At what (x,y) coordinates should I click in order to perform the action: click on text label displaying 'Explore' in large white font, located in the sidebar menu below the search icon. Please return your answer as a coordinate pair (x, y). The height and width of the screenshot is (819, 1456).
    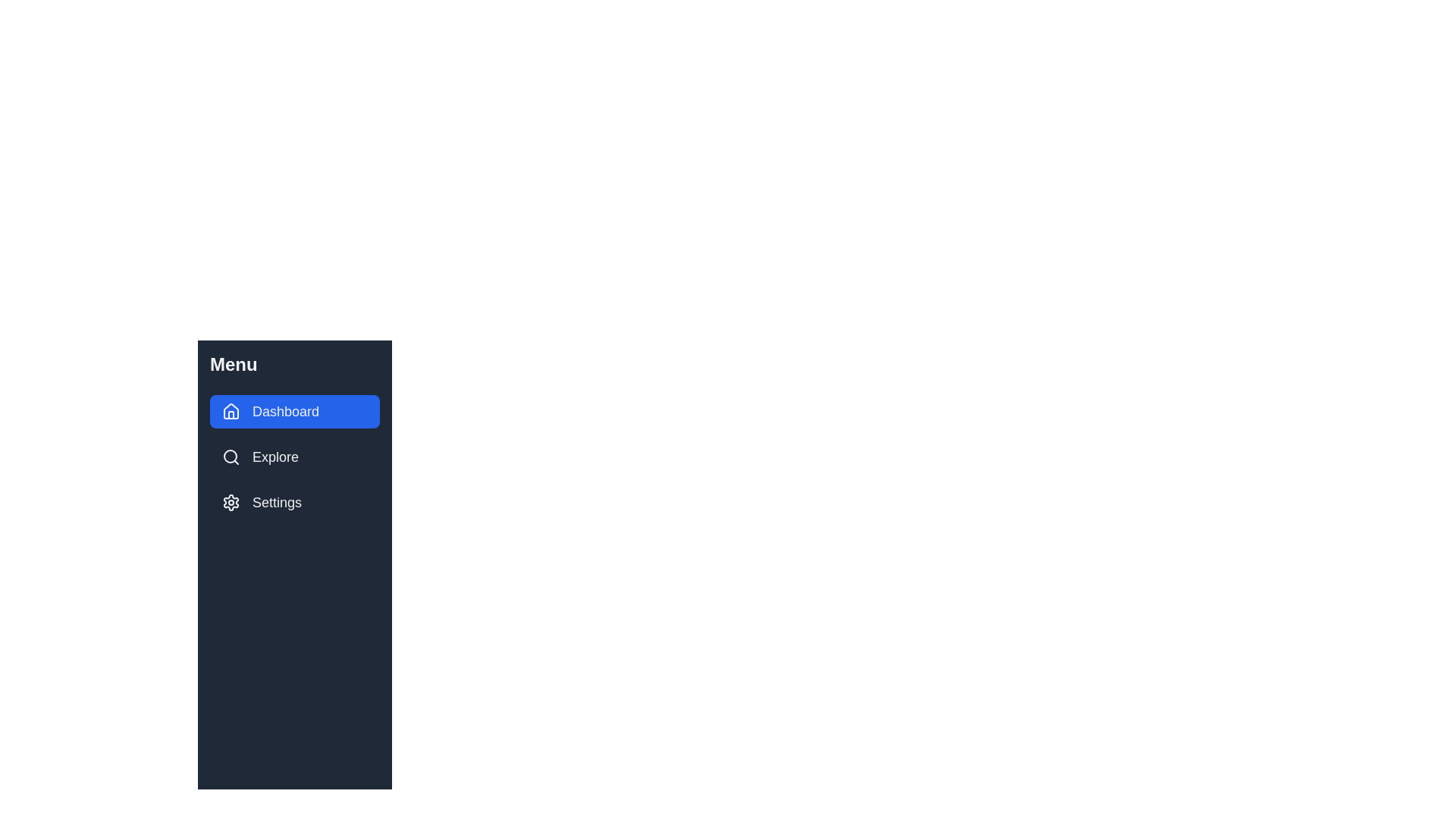
    Looking at the image, I should click on (275, 456).